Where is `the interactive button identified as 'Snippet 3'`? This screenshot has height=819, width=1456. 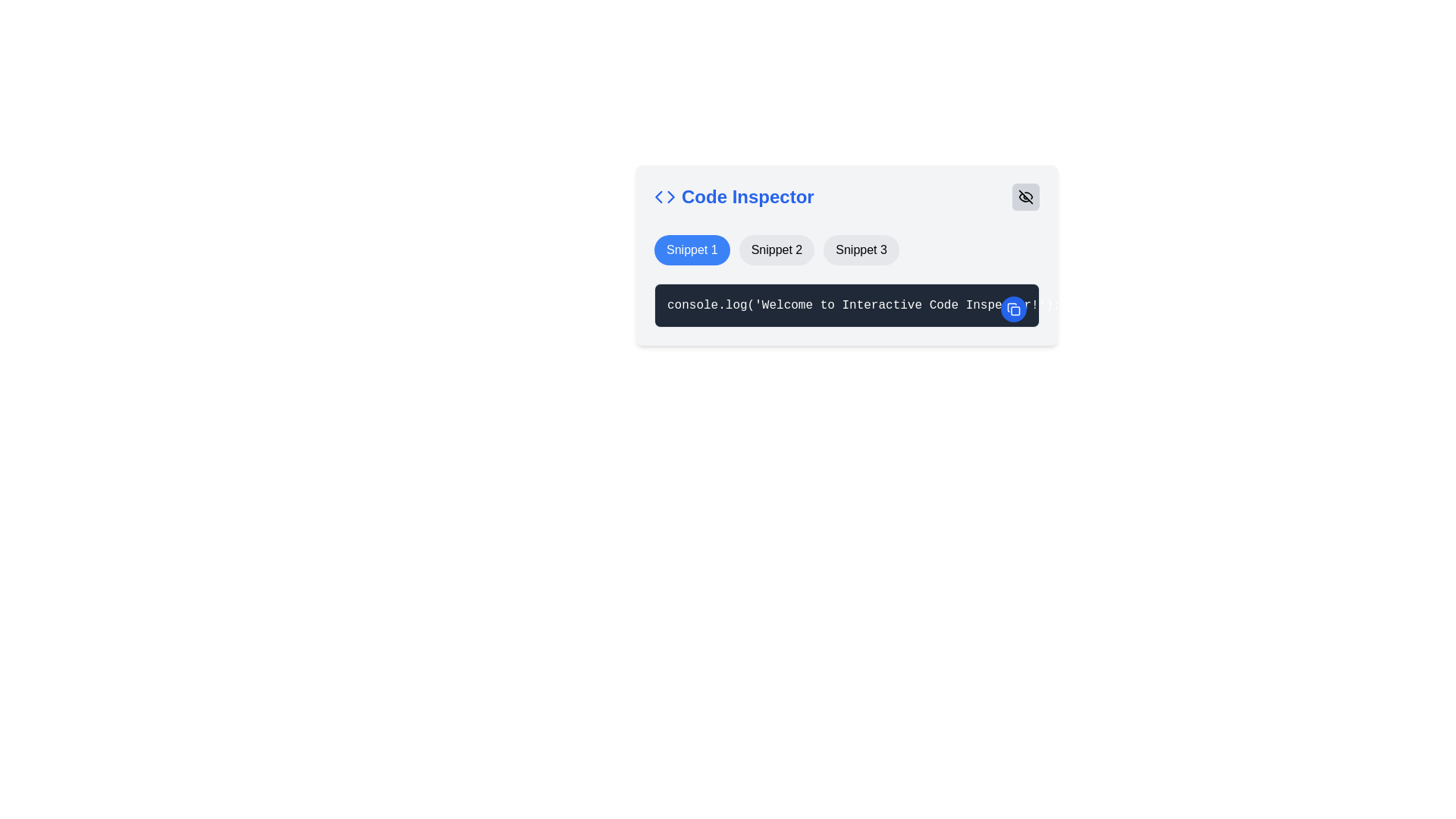
the interactive button identified as 'Snippet 3' is located at coordinates (861, 249).